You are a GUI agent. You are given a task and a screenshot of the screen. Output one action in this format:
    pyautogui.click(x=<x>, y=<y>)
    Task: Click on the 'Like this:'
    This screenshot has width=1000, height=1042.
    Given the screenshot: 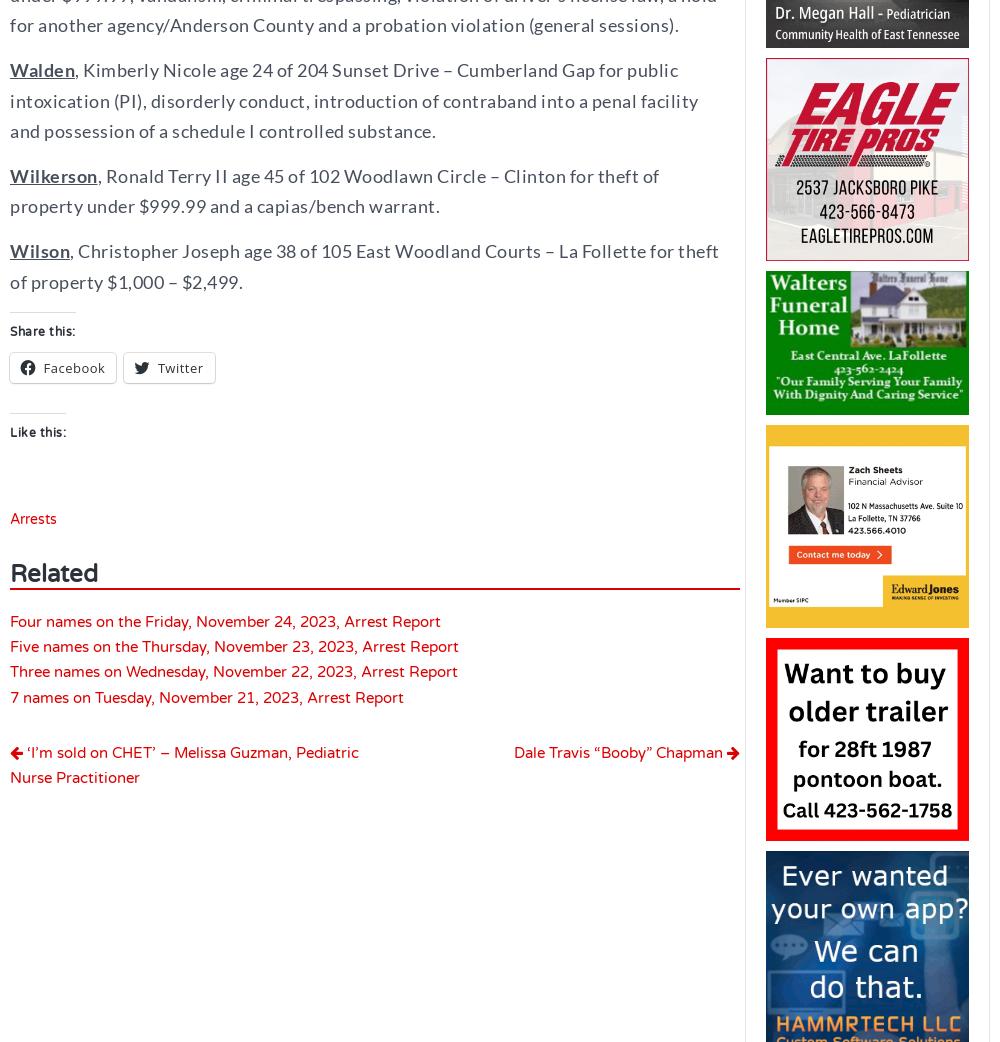 What is the action you would take?
    pyautogui.click(x=10, y=431)
    